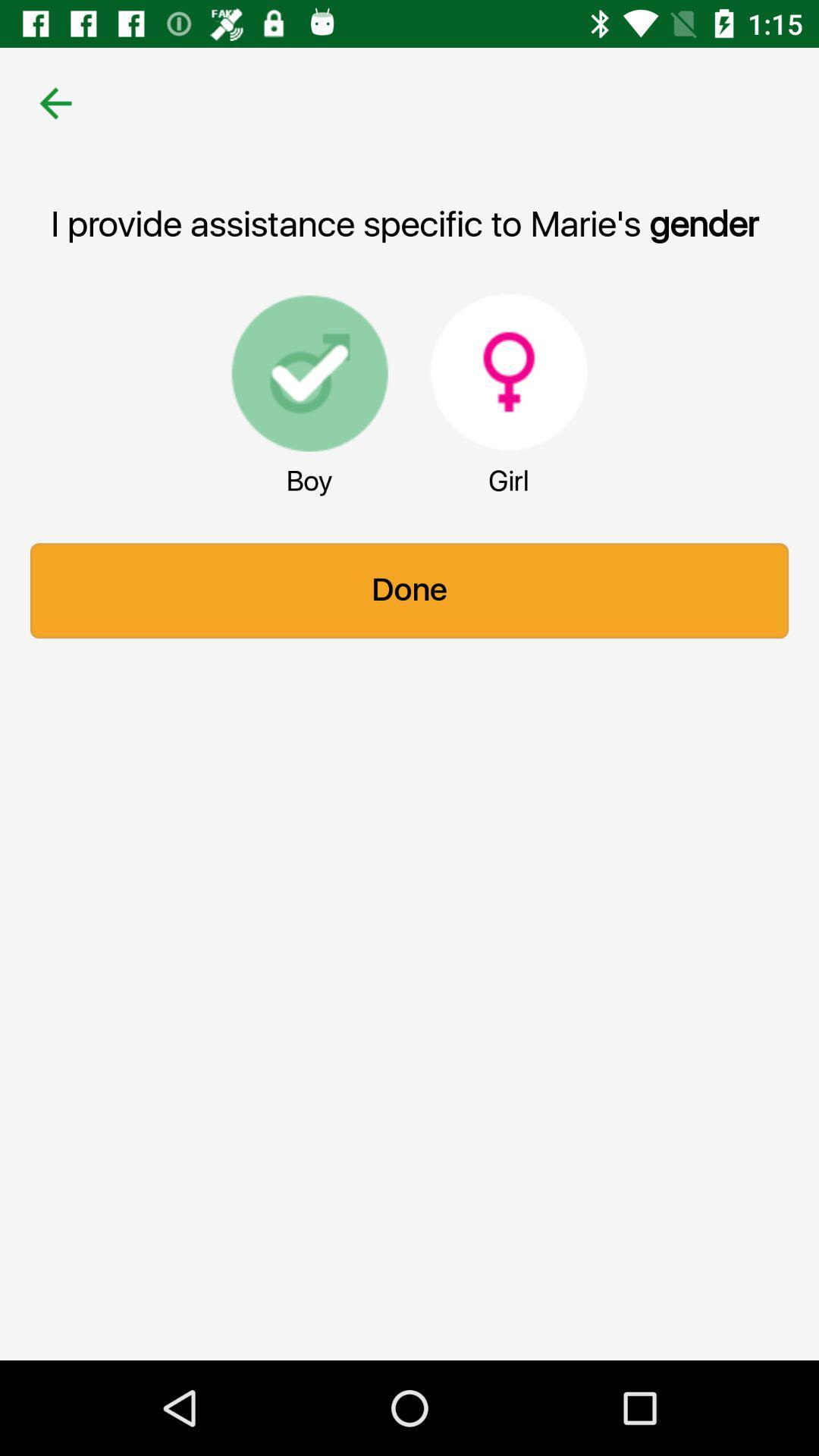  I want to click on the done icon, so click(409, 590).